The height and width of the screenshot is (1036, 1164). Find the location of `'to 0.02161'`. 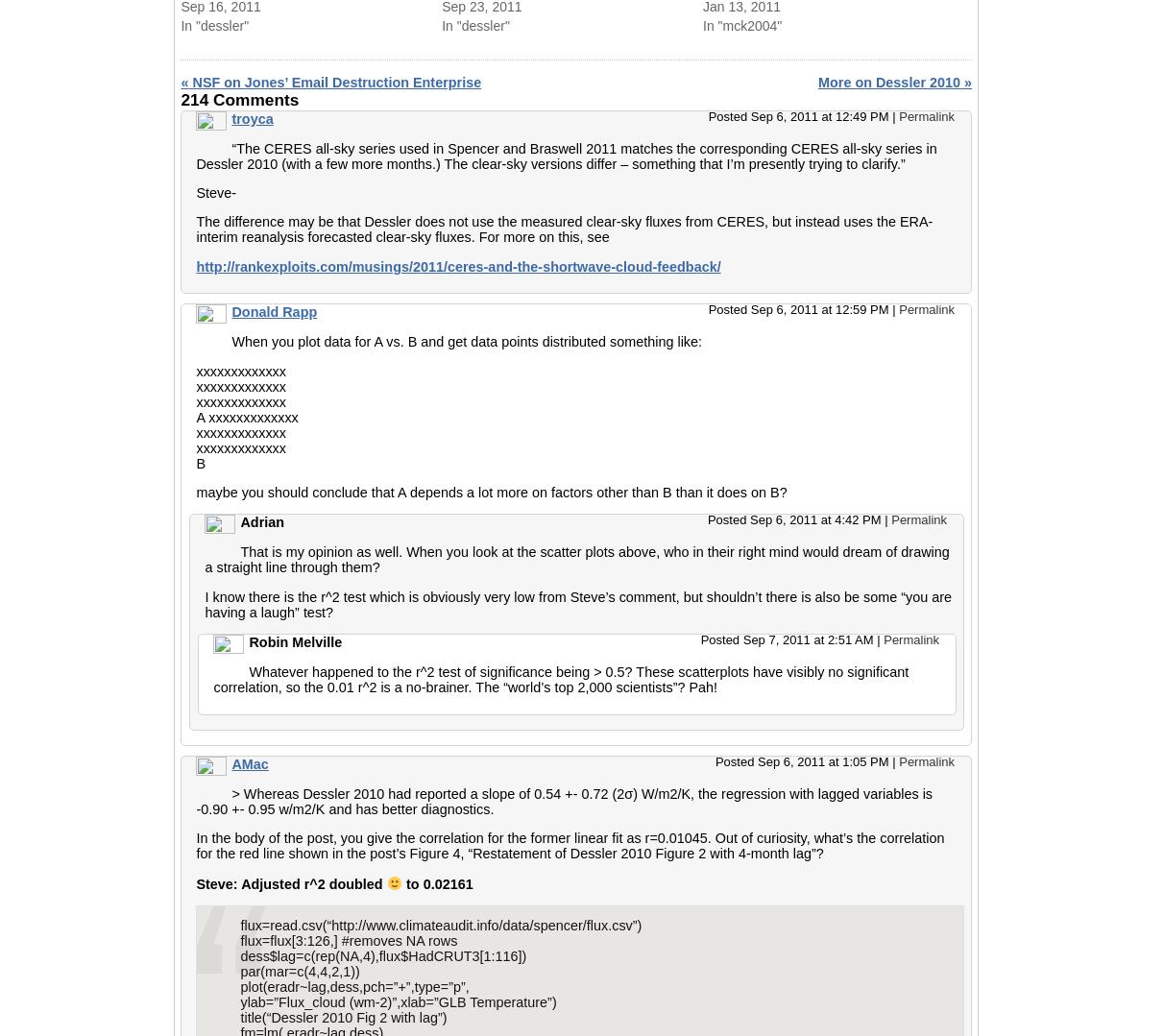

'to 0.02161' is located at coordinates (436, 882).